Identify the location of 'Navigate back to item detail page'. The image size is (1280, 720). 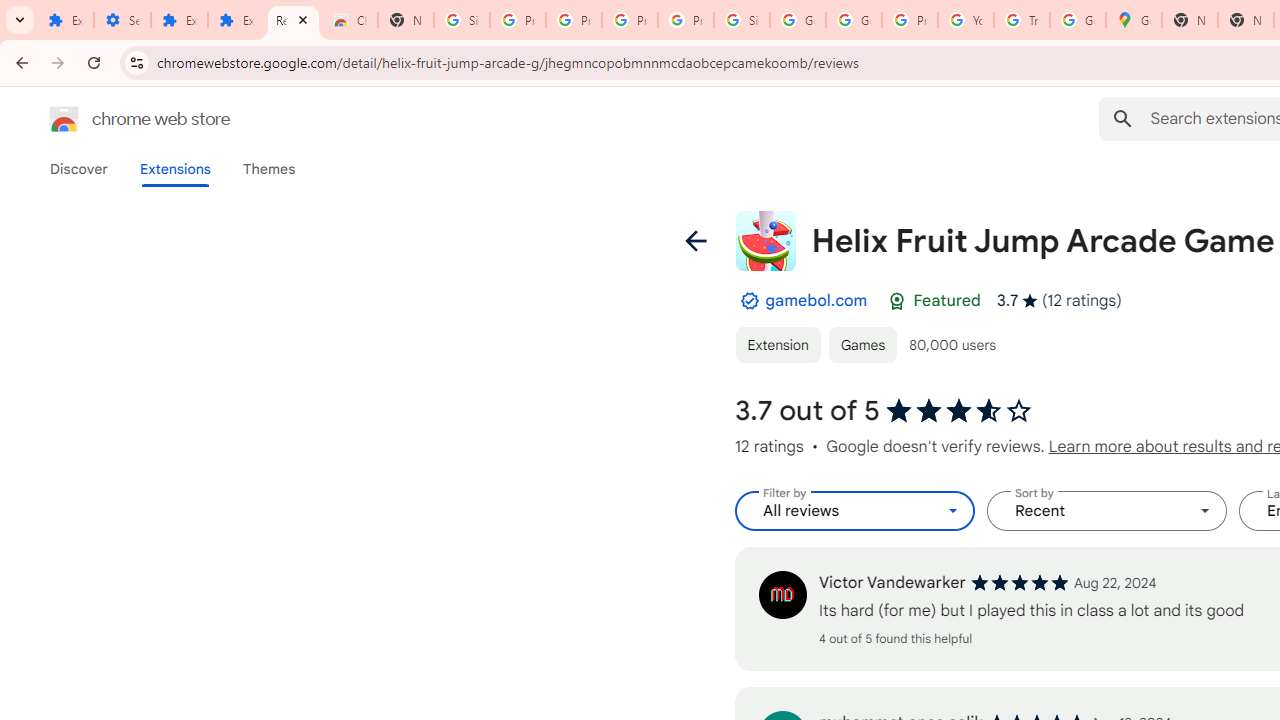
(695, 239).